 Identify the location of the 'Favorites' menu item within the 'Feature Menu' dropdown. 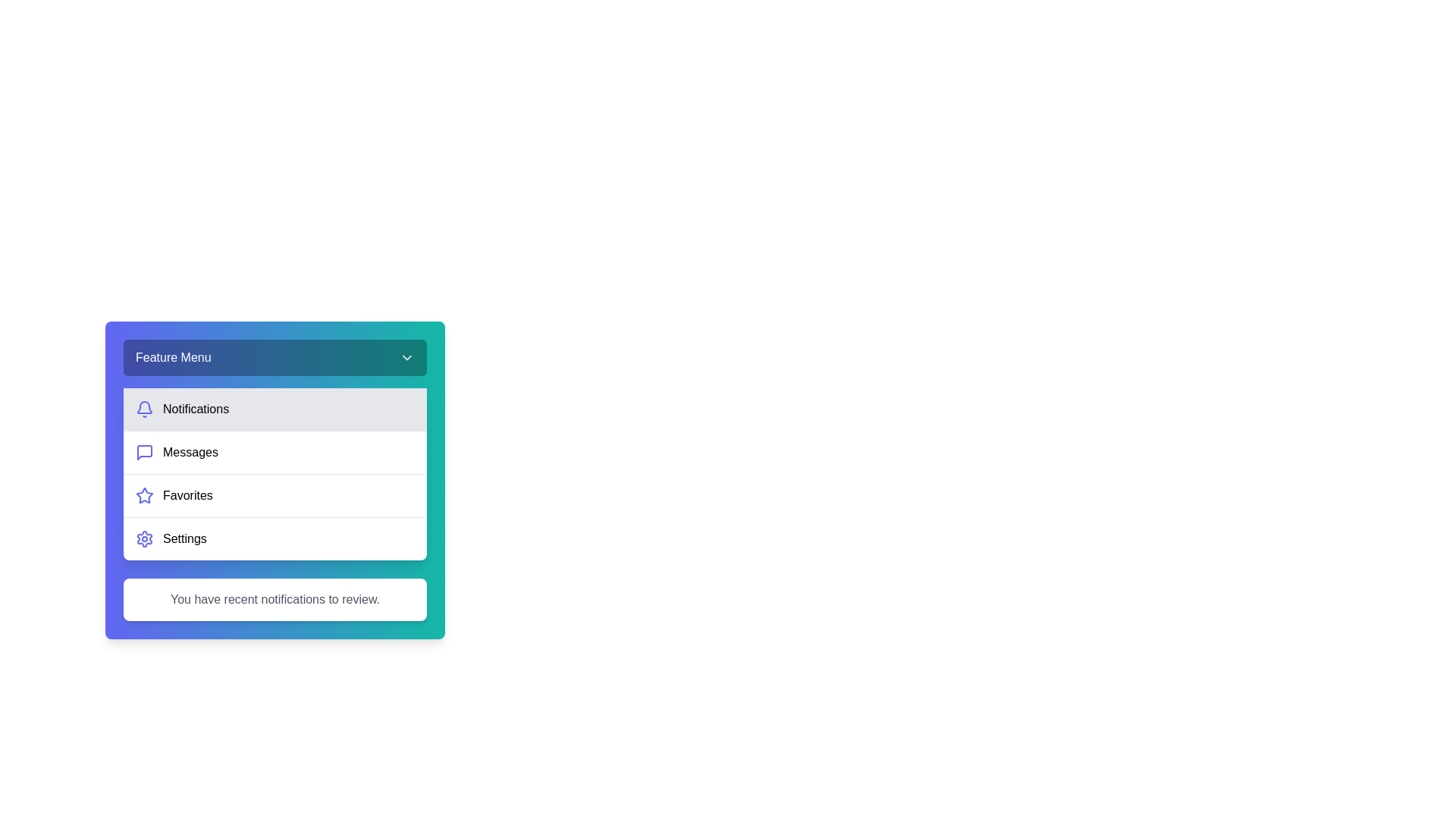
(275, 479).